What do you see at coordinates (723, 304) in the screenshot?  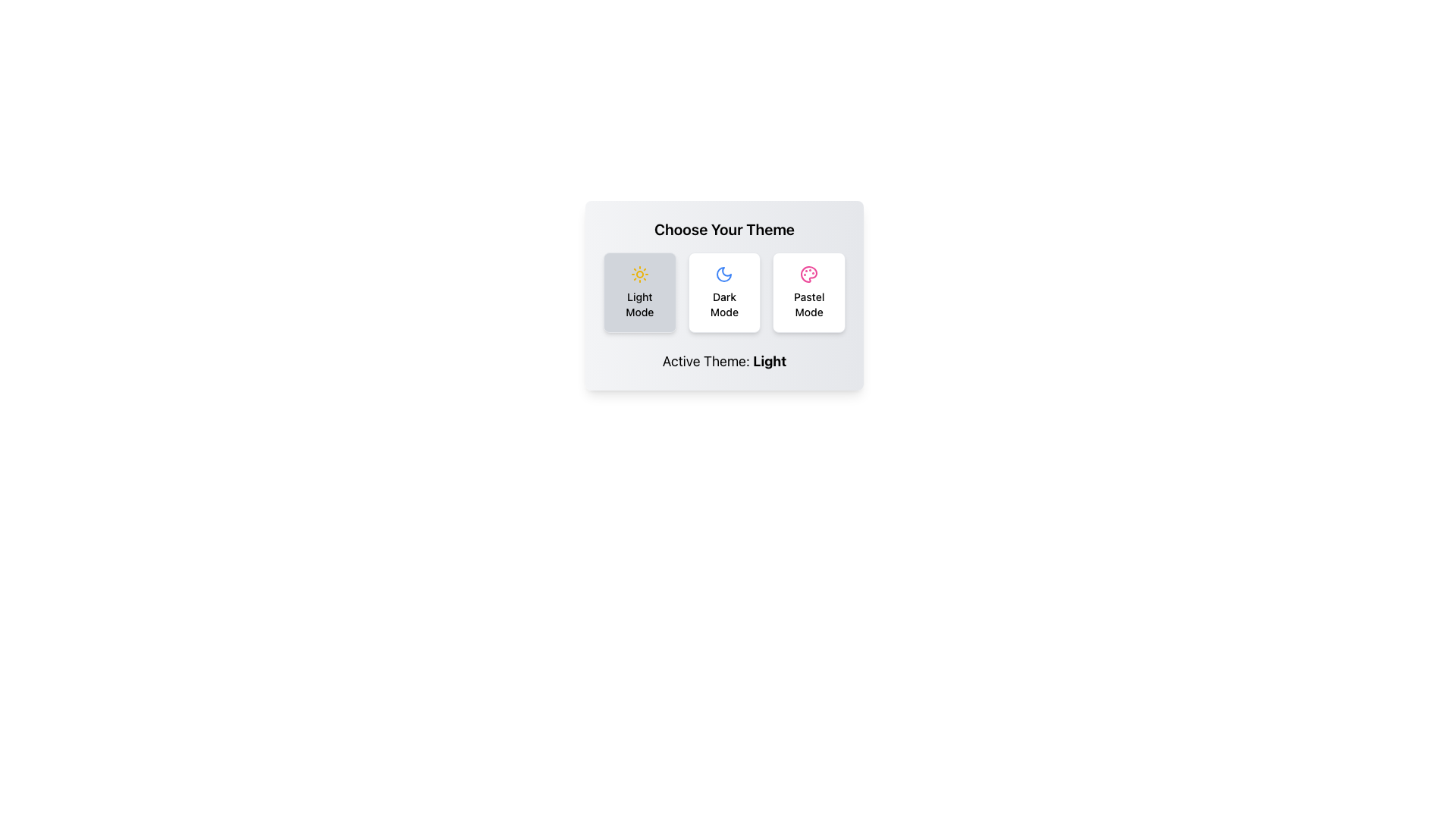 I see `the 'Dark Mode' text label that describes the functionality of the associated button in the theme selector` at bounding box center [723, 304].